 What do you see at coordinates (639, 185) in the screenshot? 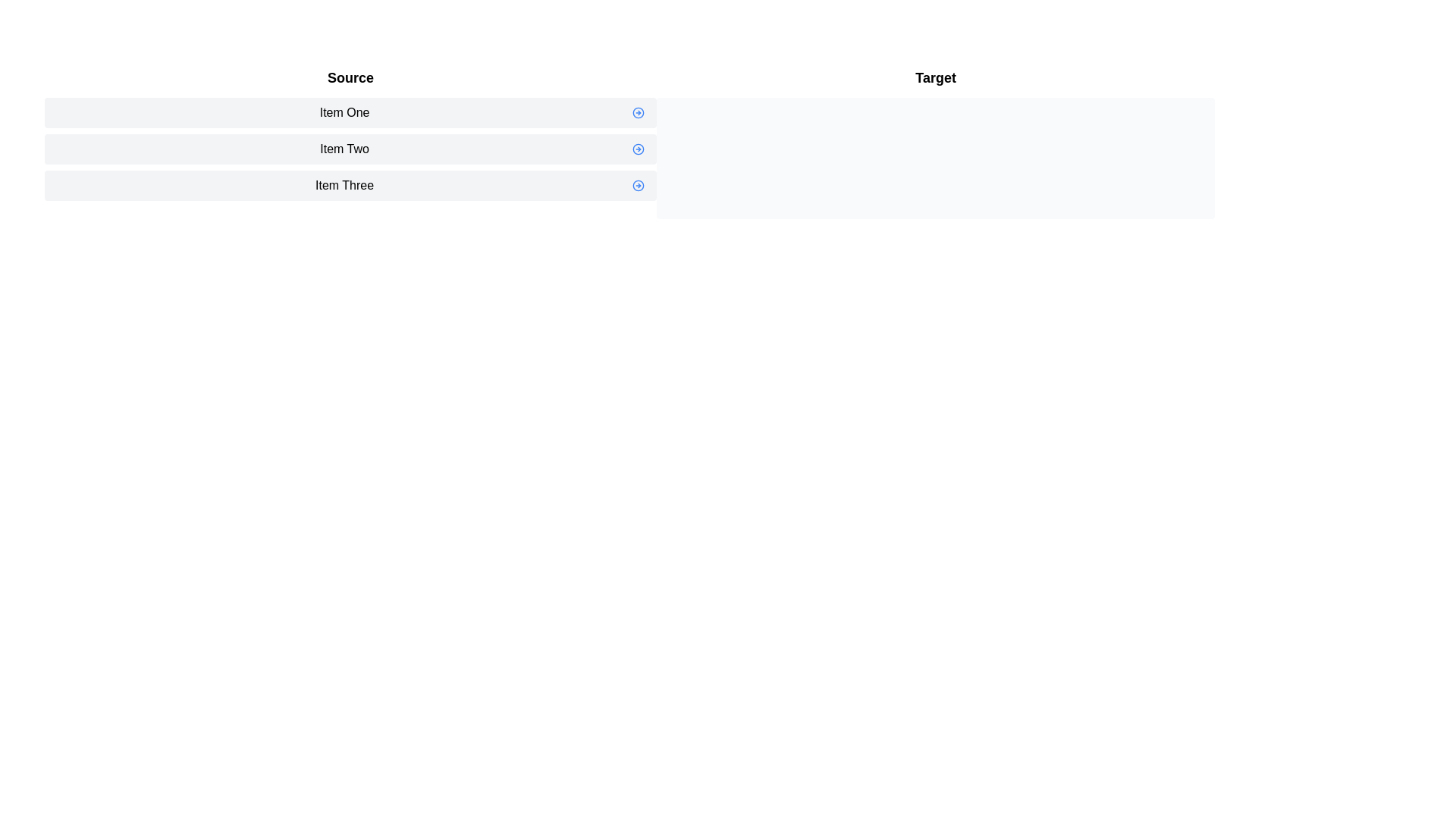
I see `the button associated with the 'Item Three' label` at bounding box center [639, 185].